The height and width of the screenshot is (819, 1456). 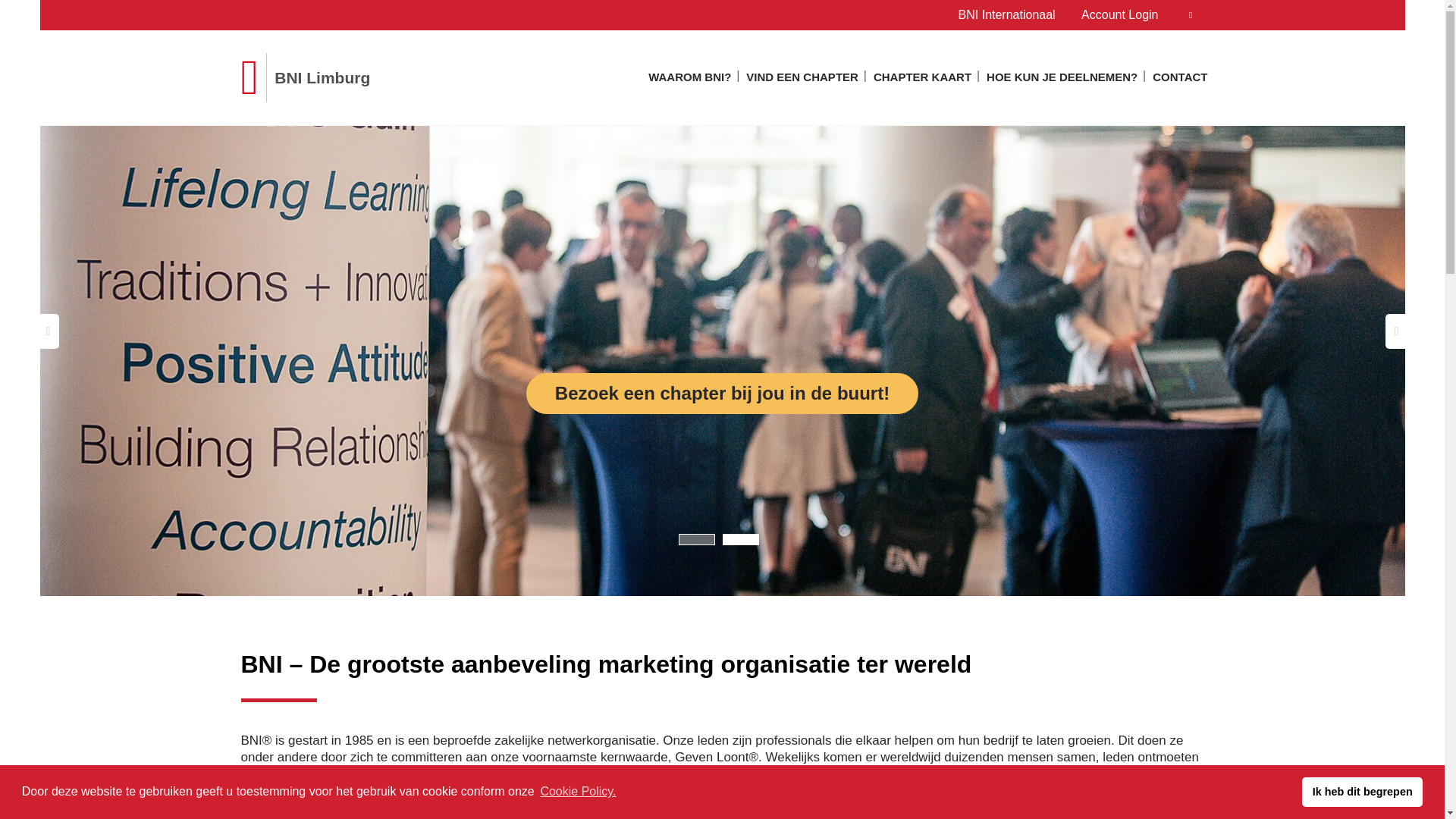 I want to click on 'CONTACT', so click(x=1178, y=81).